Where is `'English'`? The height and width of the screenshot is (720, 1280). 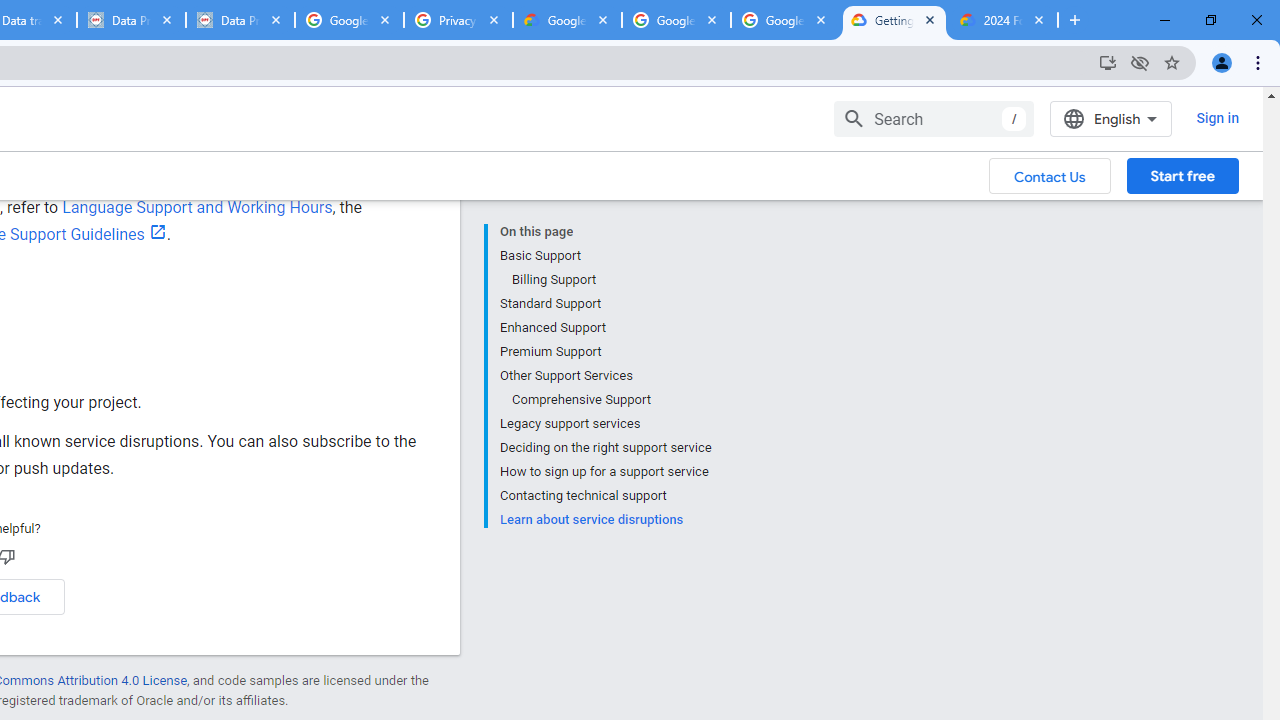
'English' is located at coordinates (1110, 118).